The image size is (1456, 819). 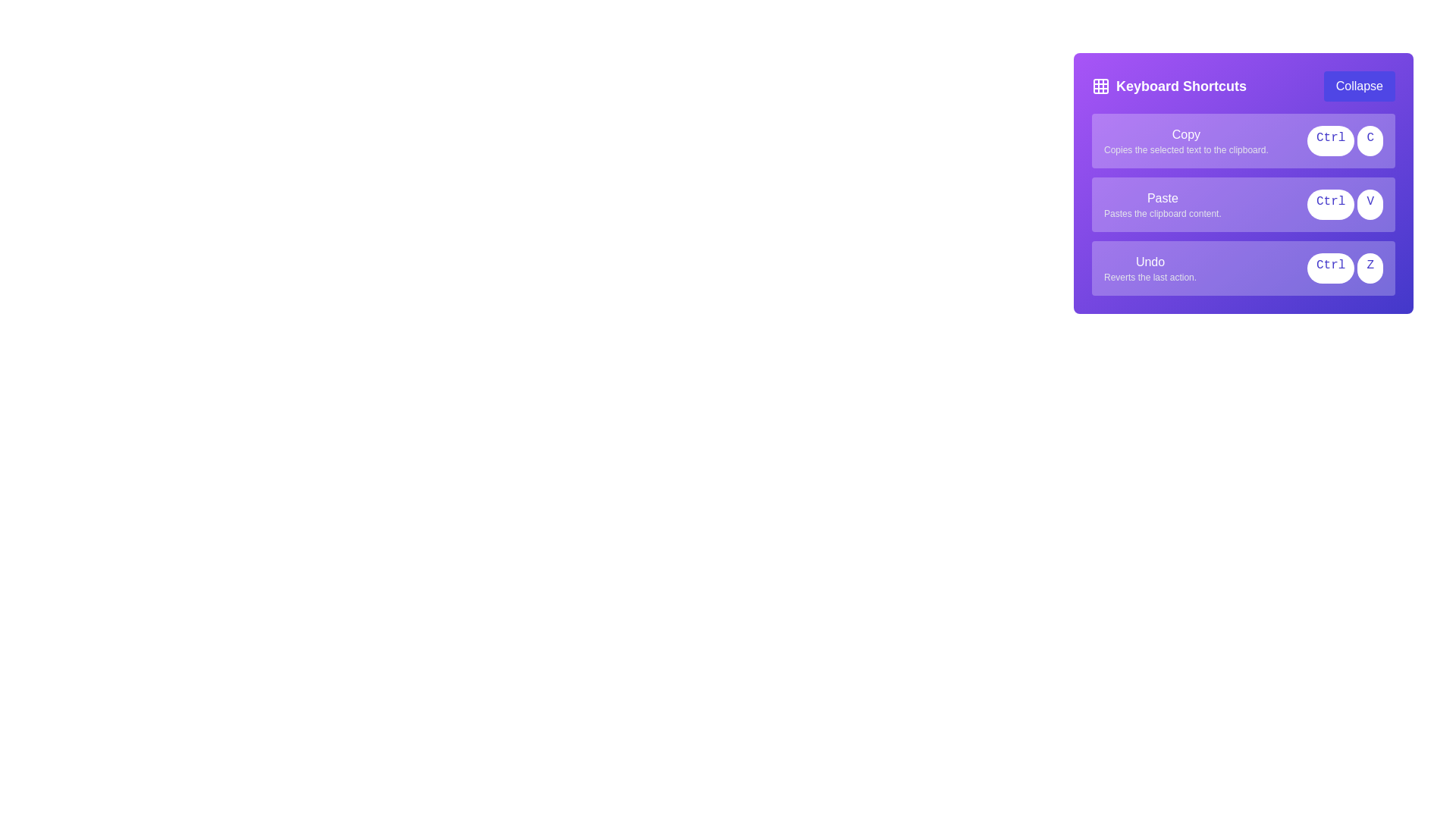 I want to click on the light gray text label stating 'Pastes the clipboard content.' which is located beneath the bold 'Paste' label, so click(x=1162, y=213).